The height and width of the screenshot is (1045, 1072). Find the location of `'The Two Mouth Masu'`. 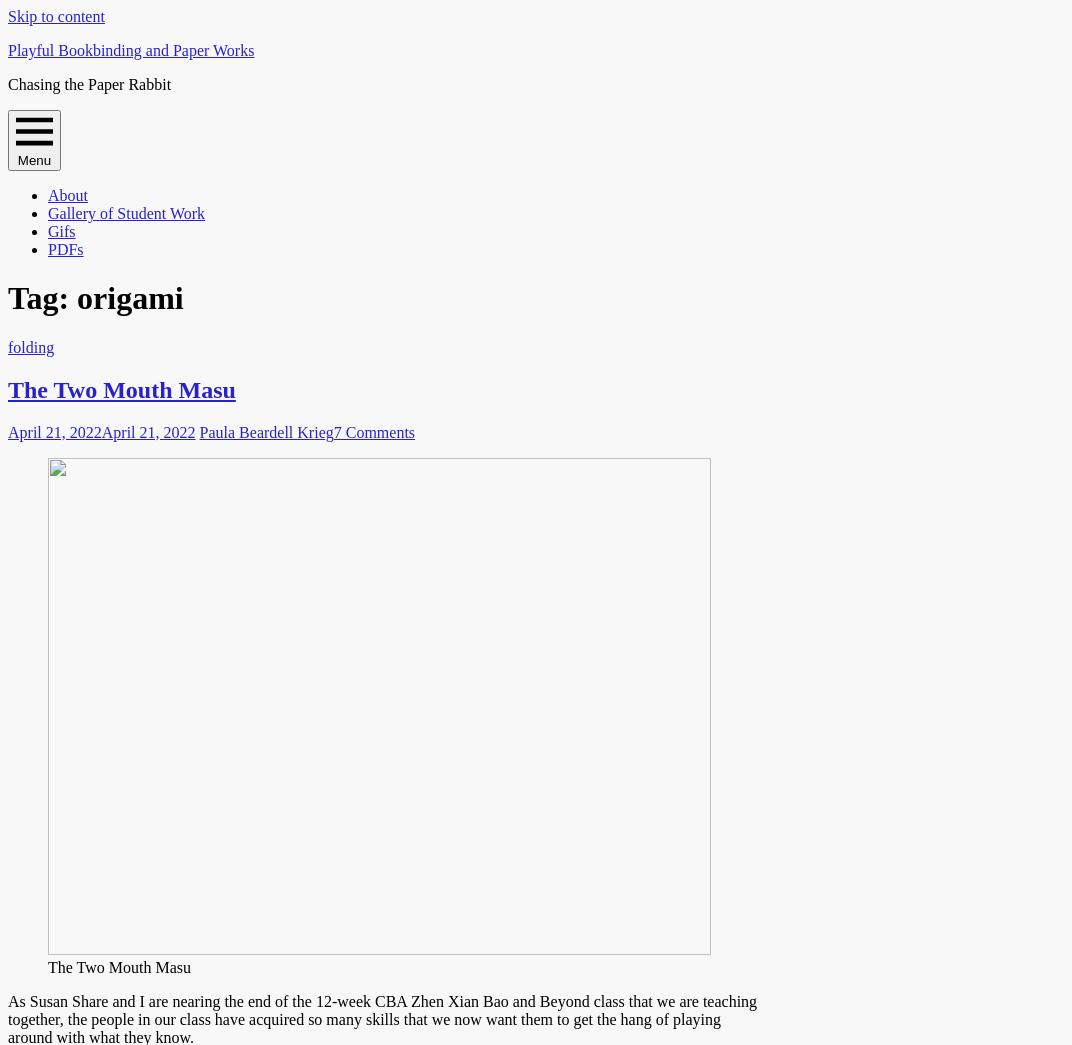

'The Two Mouth Masu' is located at coordinates (119, 965).